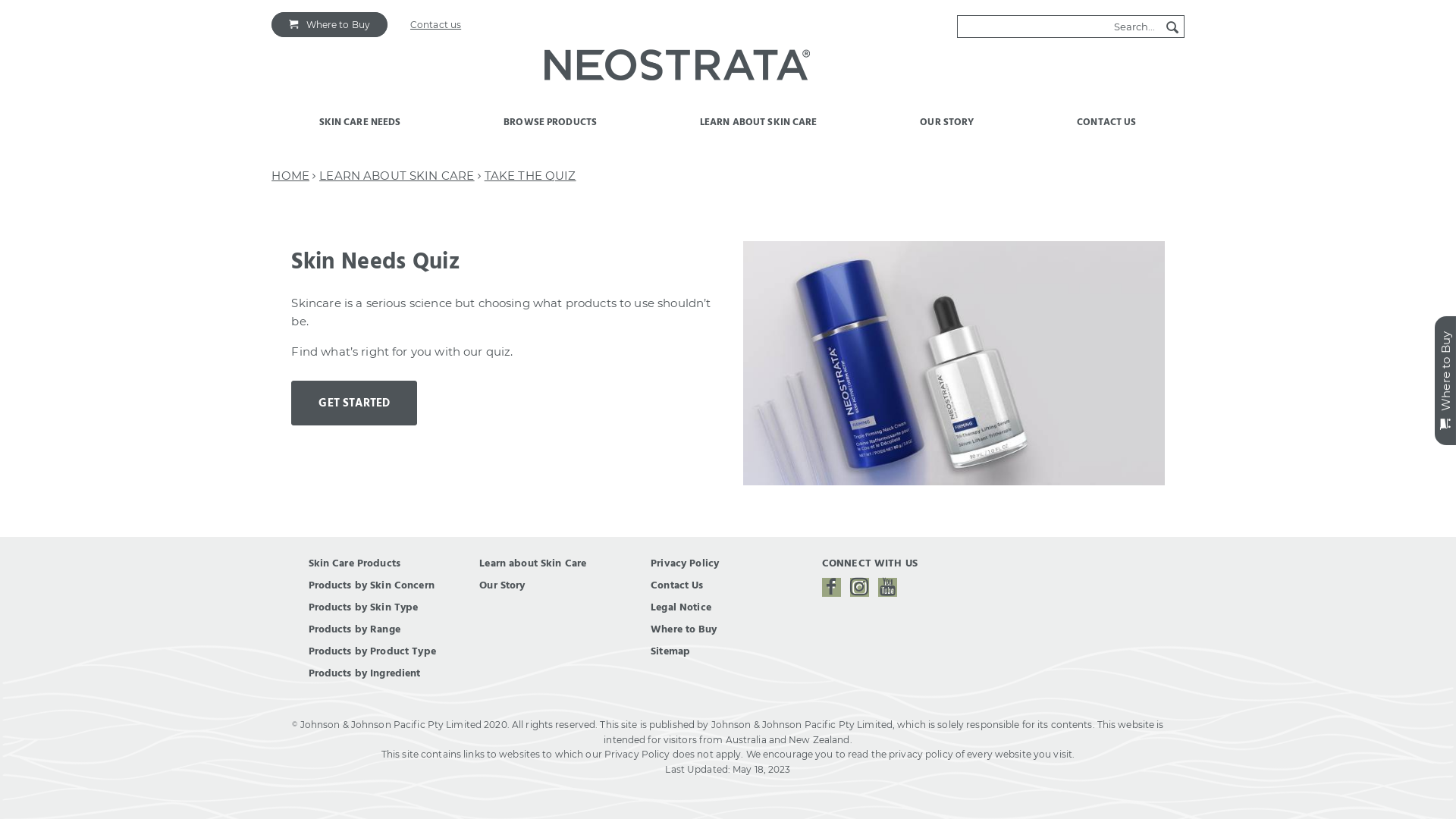 This screenshot has height=819, width=1456. I want to click on 'Products by Product Type', so click(372, 651).